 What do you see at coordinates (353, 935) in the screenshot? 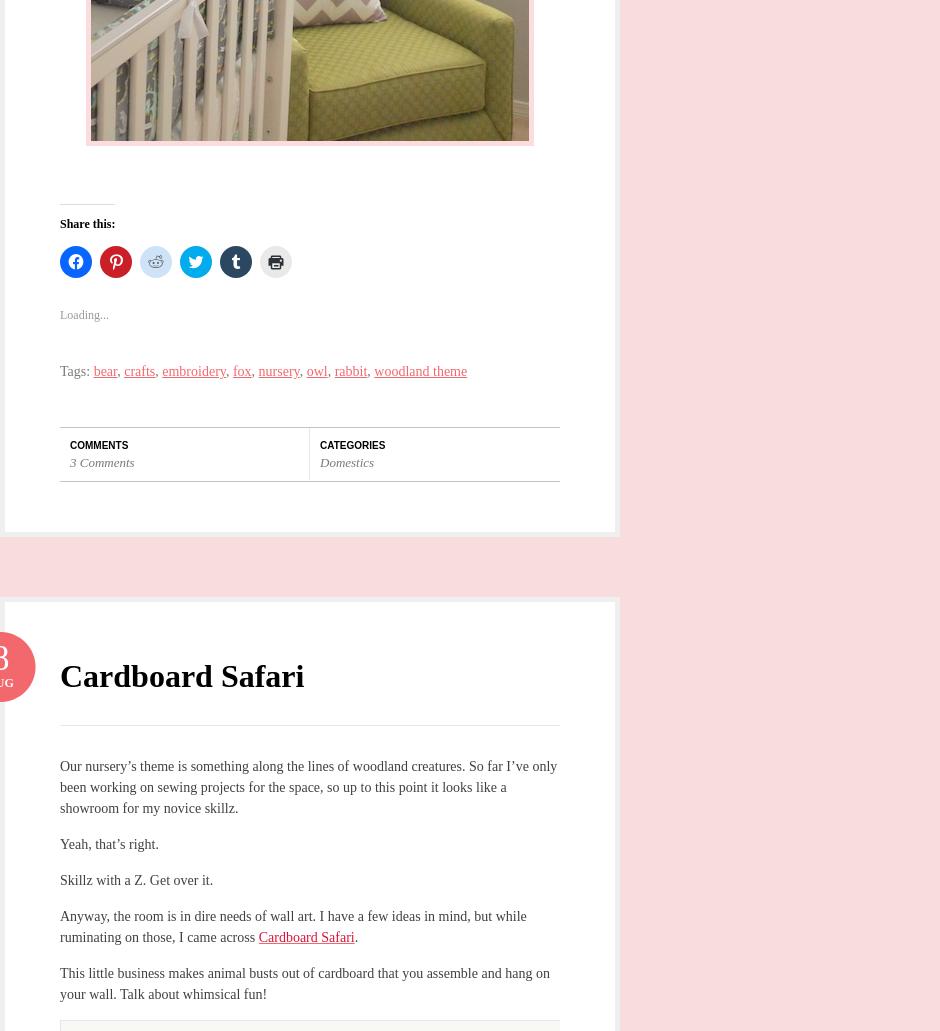
I see `'.'` at bounding box center [353, 935].